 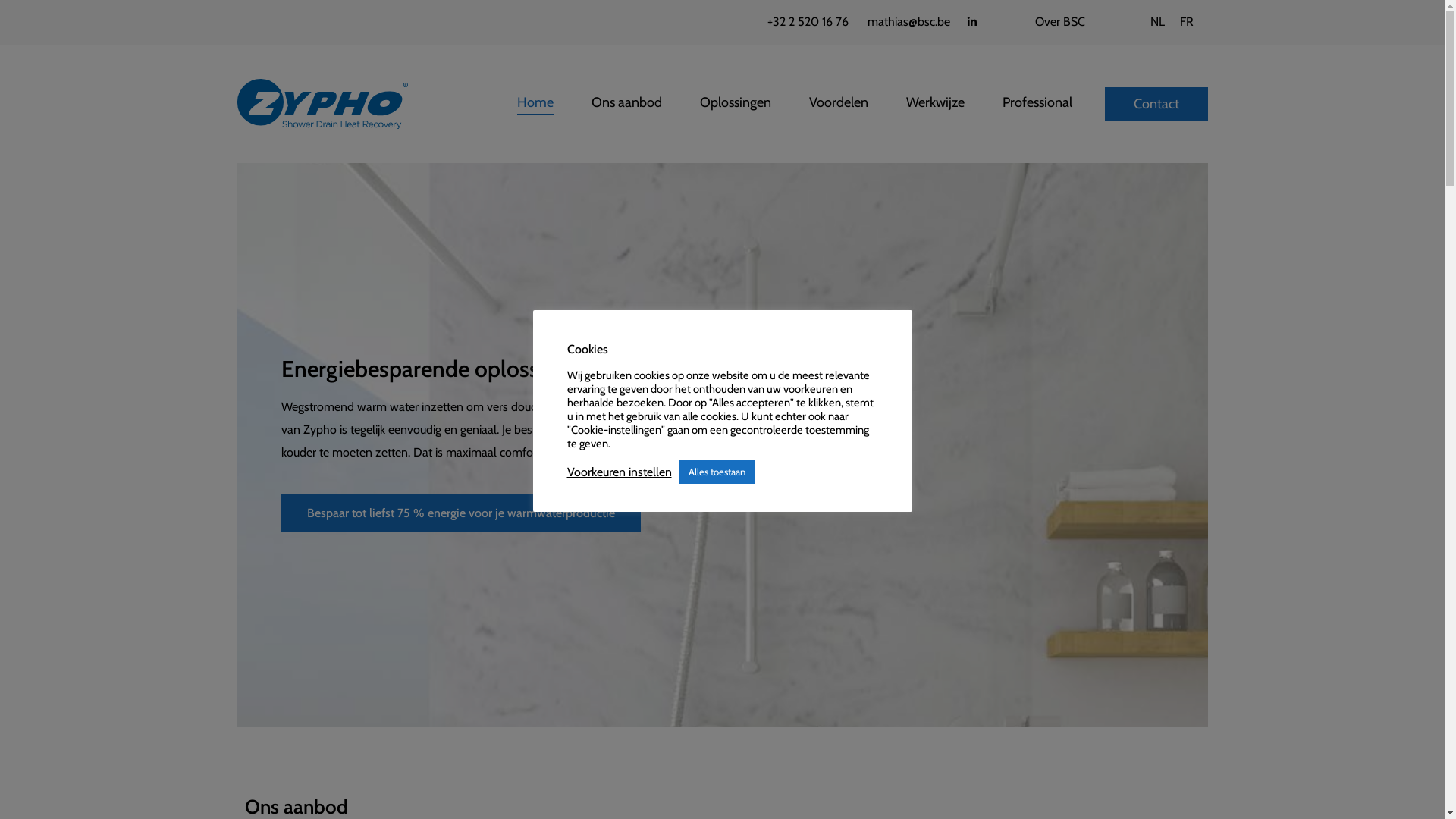 I want to click on 'Voordelen', so click(x=837, y=102).